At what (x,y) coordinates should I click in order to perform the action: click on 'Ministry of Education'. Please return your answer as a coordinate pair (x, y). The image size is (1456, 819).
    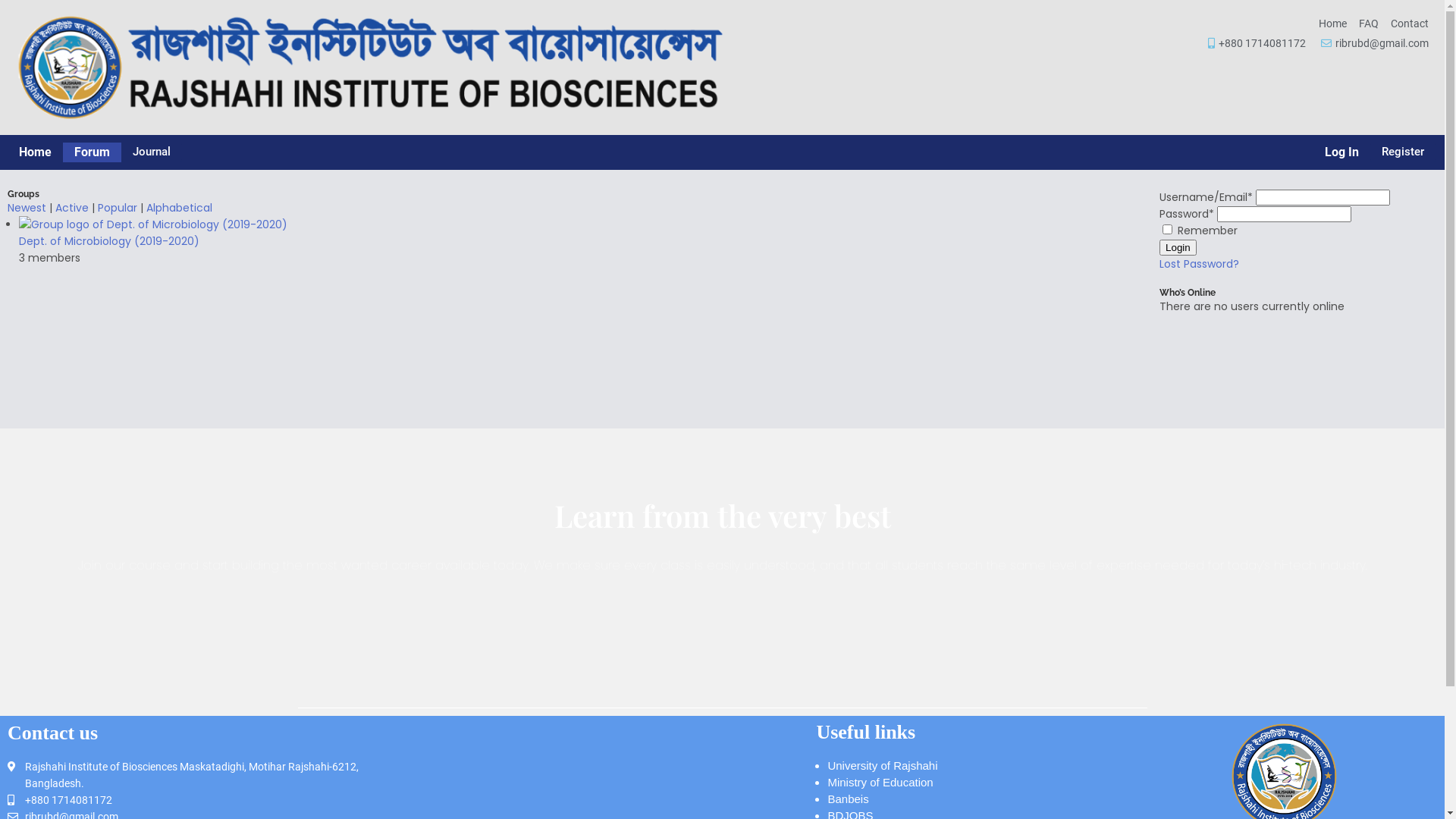
    Looking at the image, I should click on (880, 782).